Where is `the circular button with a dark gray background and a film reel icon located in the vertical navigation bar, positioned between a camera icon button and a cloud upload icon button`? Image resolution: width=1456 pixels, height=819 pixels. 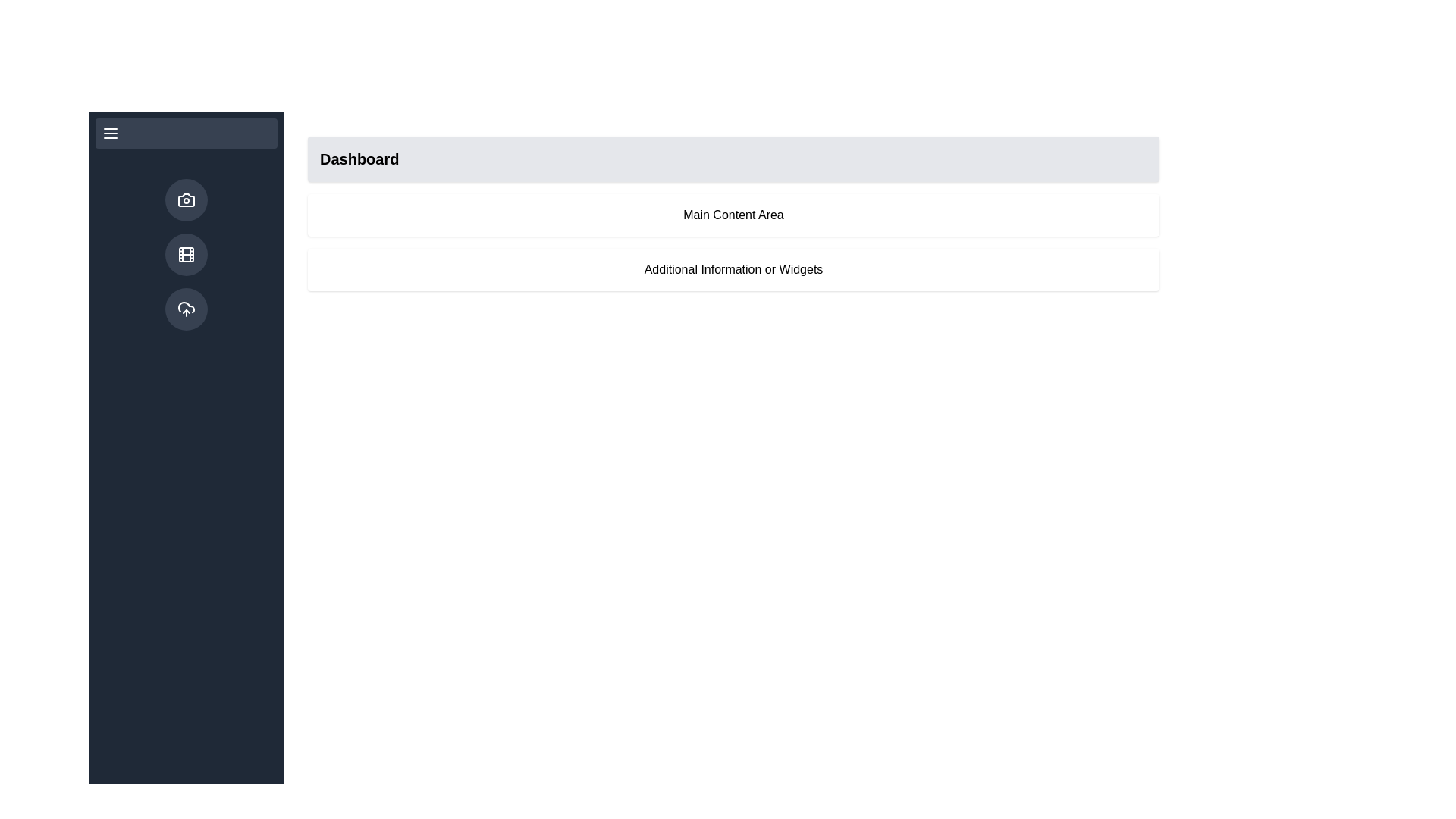 the circular button with a dark gray background and a film reel icon located in the vertical navigation bar, positioned between a camera icon button and a cloud upload icon button is located at coordinates (185, 253).